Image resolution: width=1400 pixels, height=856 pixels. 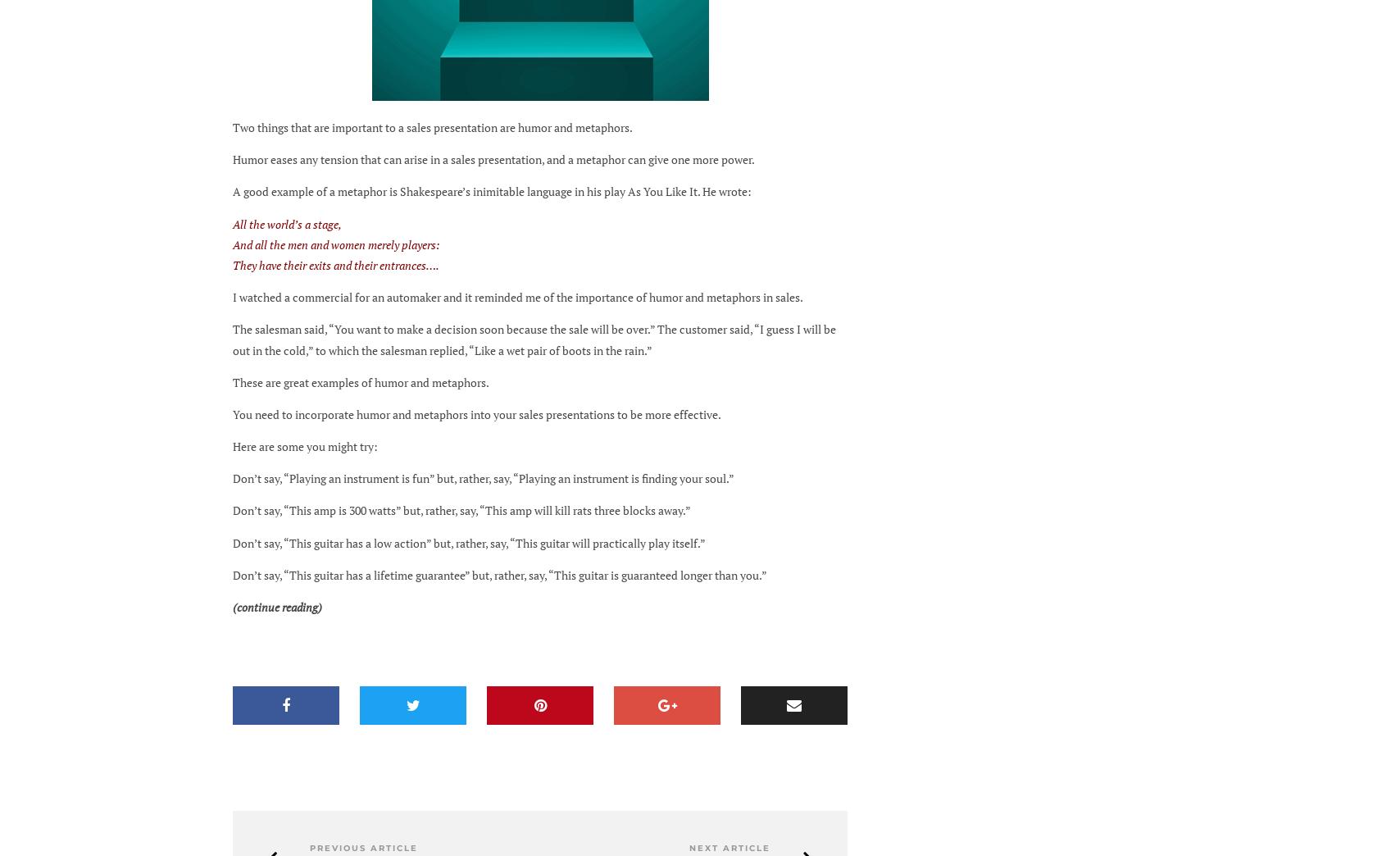 What do you see at coordinates (432, 126) in the screenshot?
I see `'Two things that are important to a sales presentation are humor and metaphors.'` at bounding box center [432, 126].